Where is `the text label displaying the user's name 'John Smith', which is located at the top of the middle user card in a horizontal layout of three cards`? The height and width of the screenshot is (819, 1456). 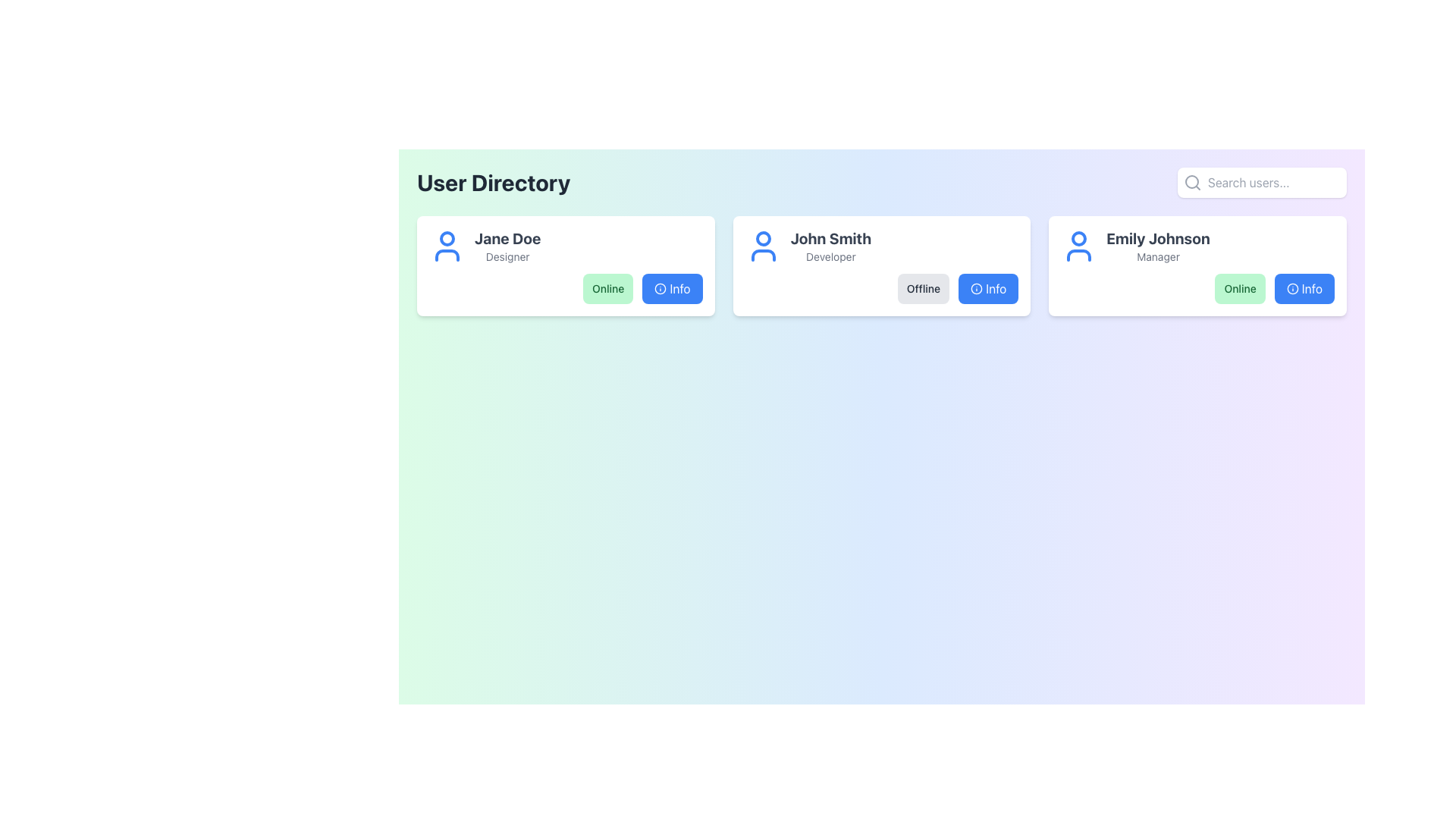
the text label displaying the user's name 'John Smith', which is located at the top of the middle user card in a horizontal layout of three cards is located at coordinates (830, 239).